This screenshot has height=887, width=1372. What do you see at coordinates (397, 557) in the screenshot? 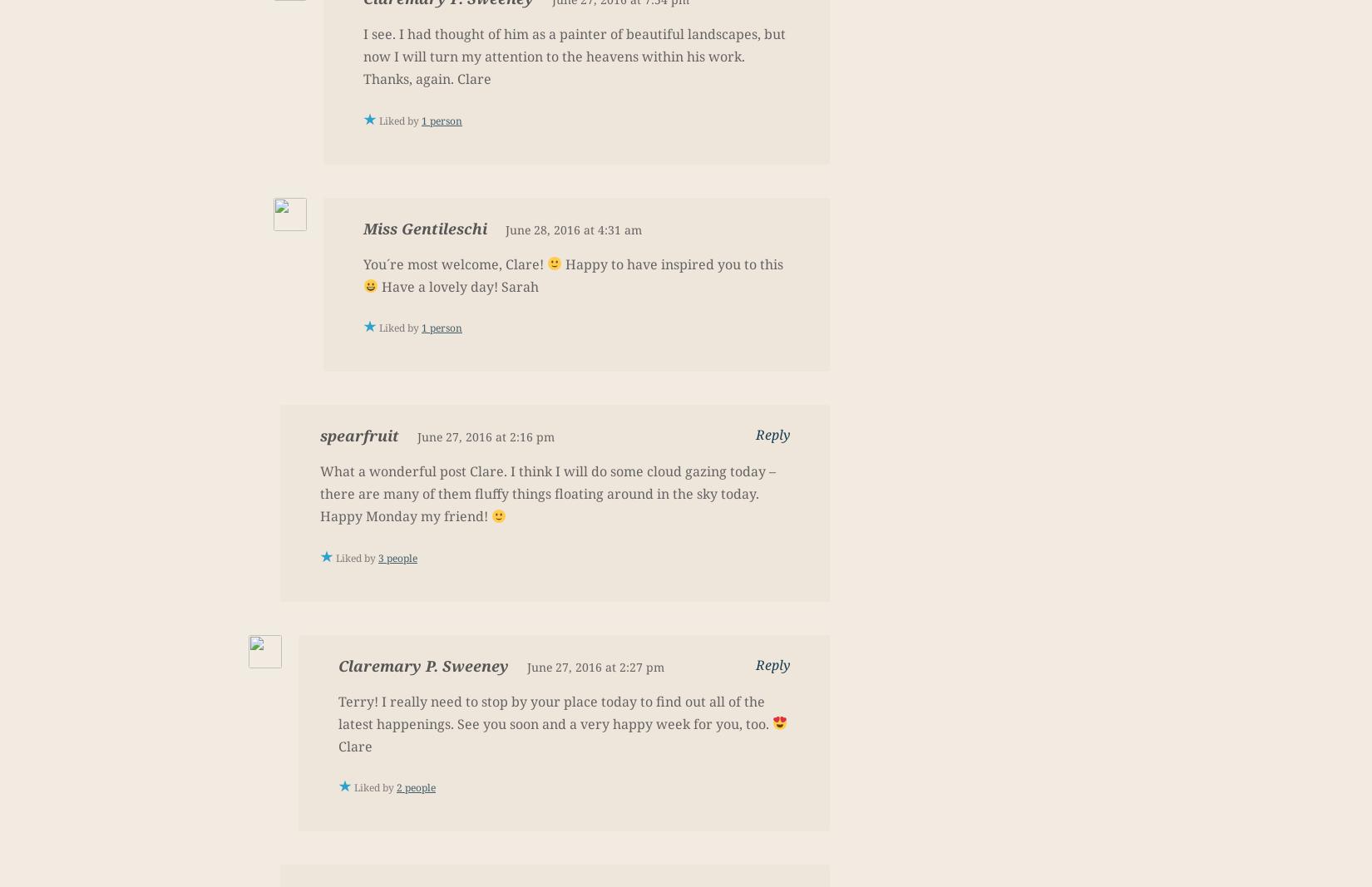
I see `'3 people'` at bounding box center [397, 557].